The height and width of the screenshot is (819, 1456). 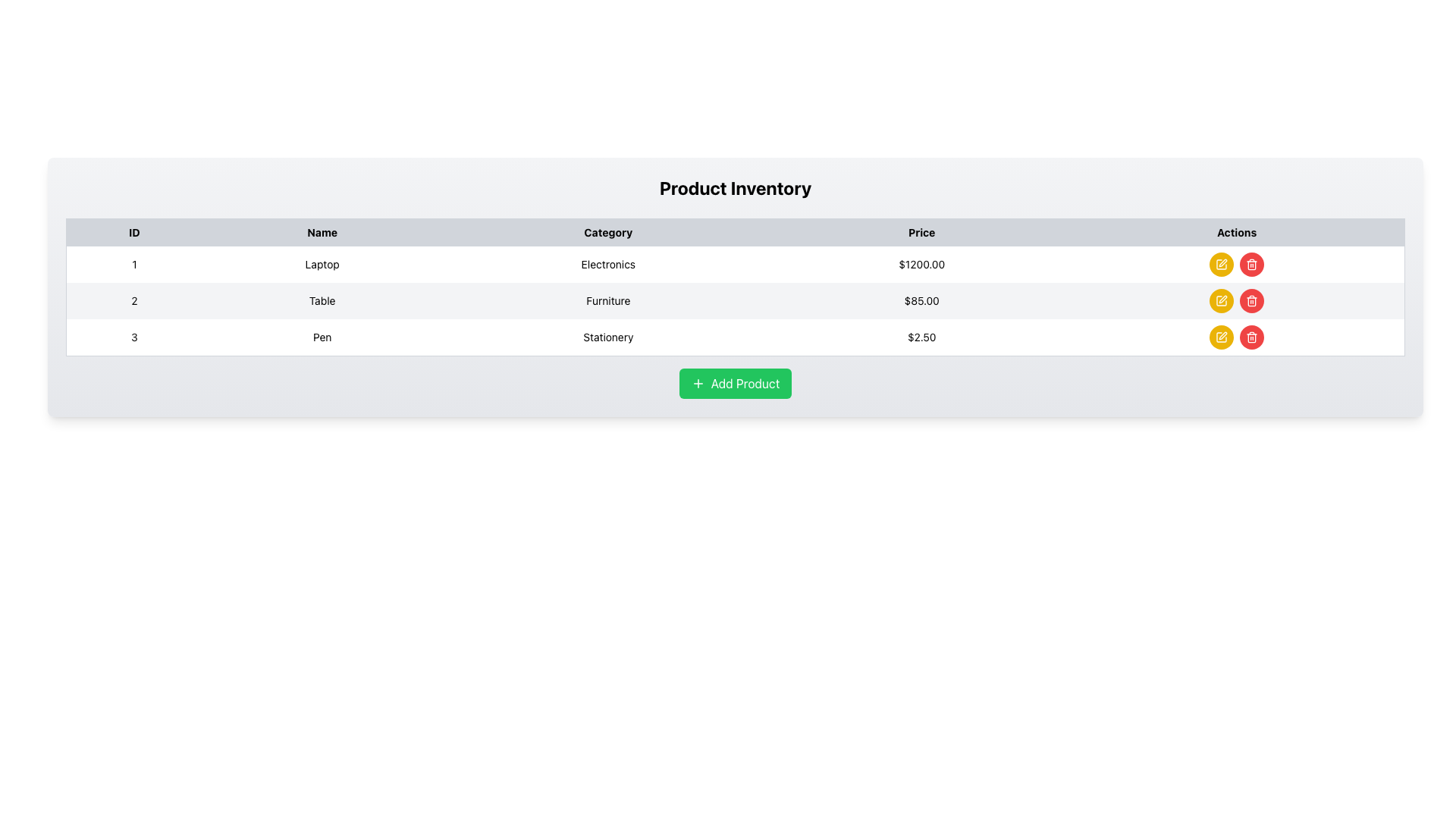 I want to click on text label representing the unique identifier for the entry in the second row of the table under the 'ID' column, so click(x=134, y=301).